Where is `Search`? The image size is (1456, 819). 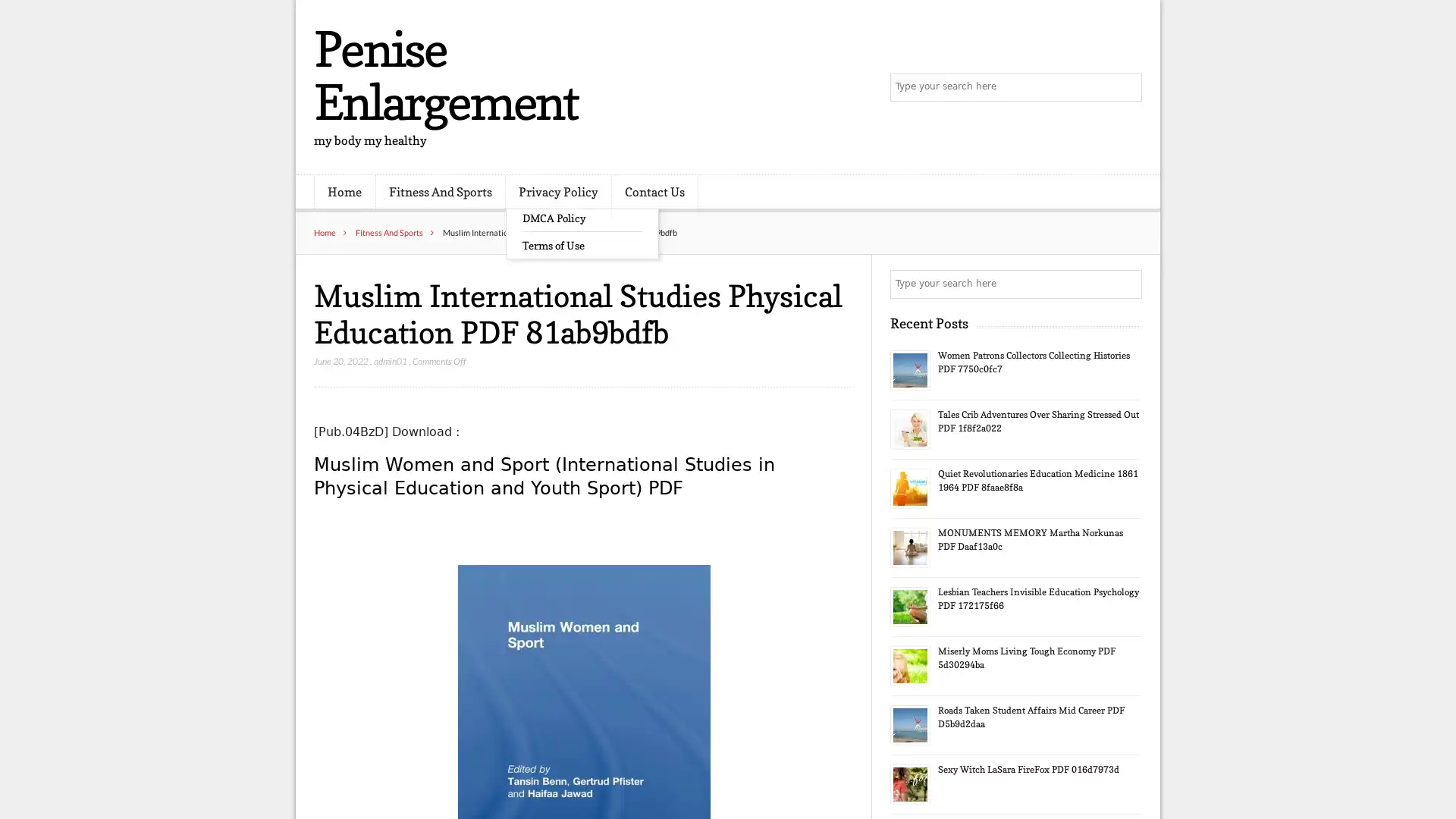 Search is located at coordinates (1126, 284).